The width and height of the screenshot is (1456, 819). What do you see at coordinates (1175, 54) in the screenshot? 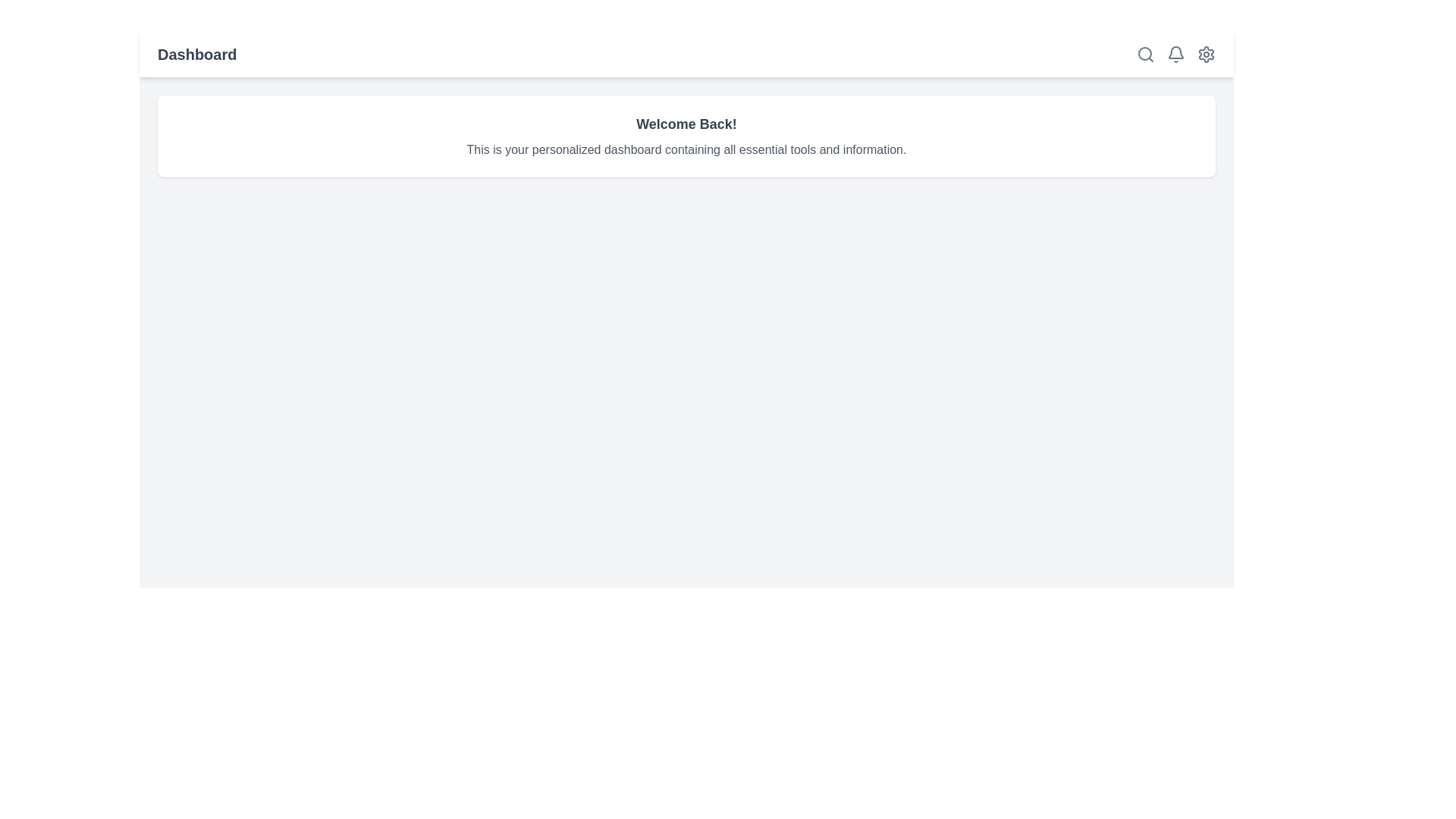
I see `the notifications icon located in the upper-right section of the interface, which is the third icon in a row following the search icon and preceding the settings icon, to trigger a tooltip` at bounding box center [1175, 54].